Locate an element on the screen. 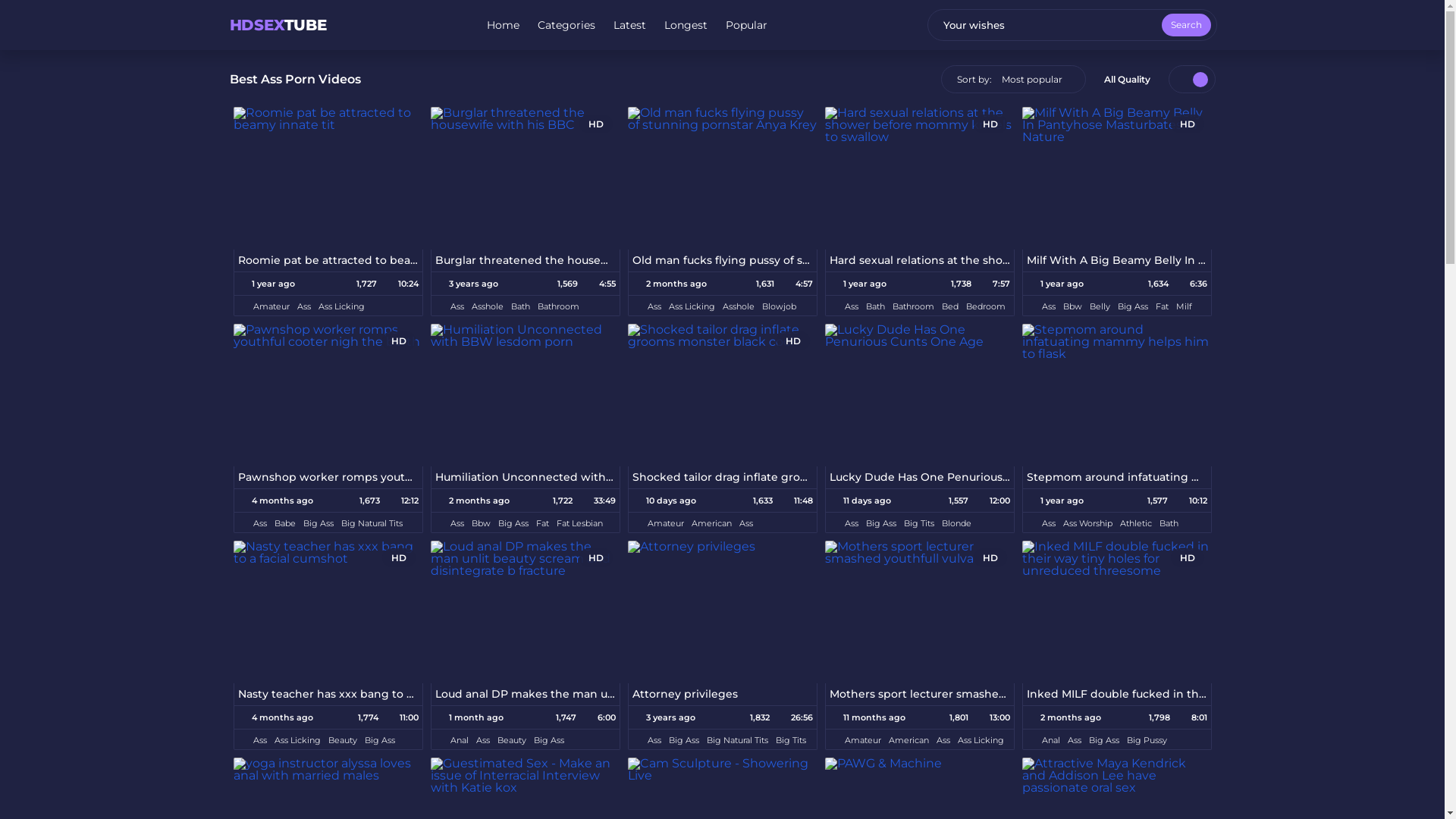 The image size is (1456, 819). 'Bath' is located at coordinates (520, 306).